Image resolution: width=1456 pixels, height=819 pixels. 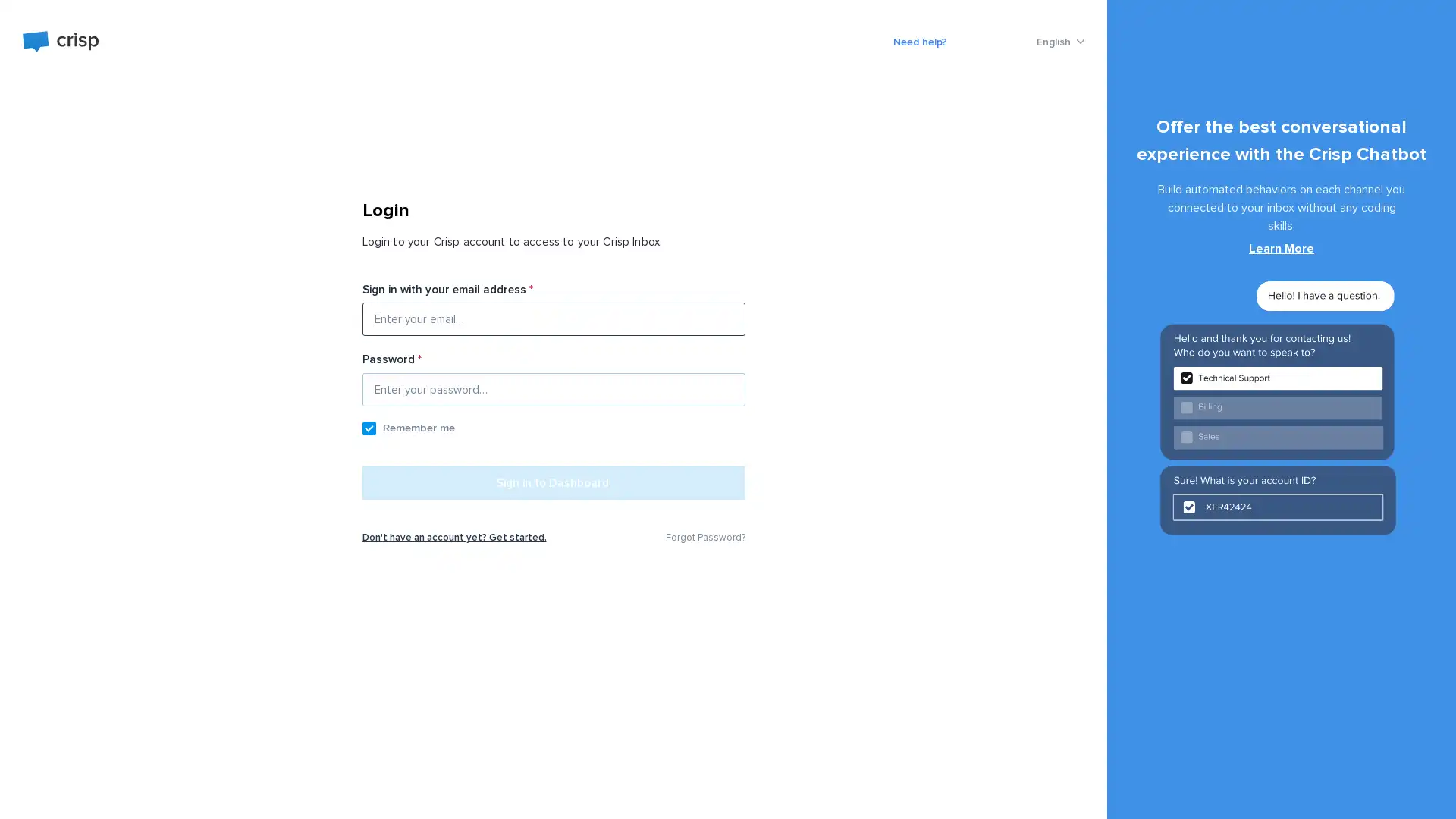 What do you see at coordinates (552, 488) in the screenshot?
I see `Sign in to Dashboard` at bounding box center [552, 488].